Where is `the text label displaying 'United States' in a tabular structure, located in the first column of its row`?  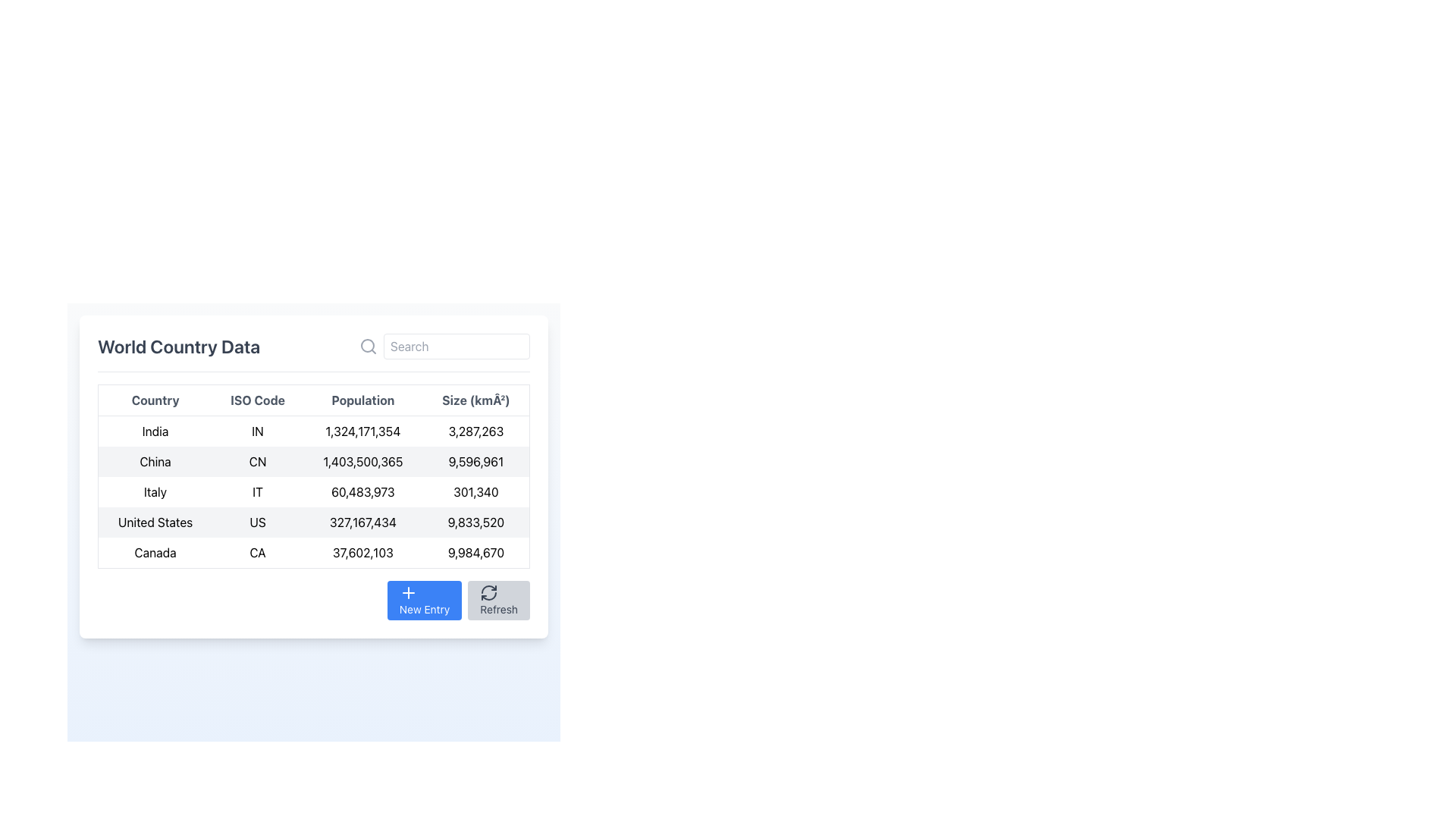
the text label displaying 'United States' in a tabular structure, located in the first column of its row is located at coordinates (155, 522).